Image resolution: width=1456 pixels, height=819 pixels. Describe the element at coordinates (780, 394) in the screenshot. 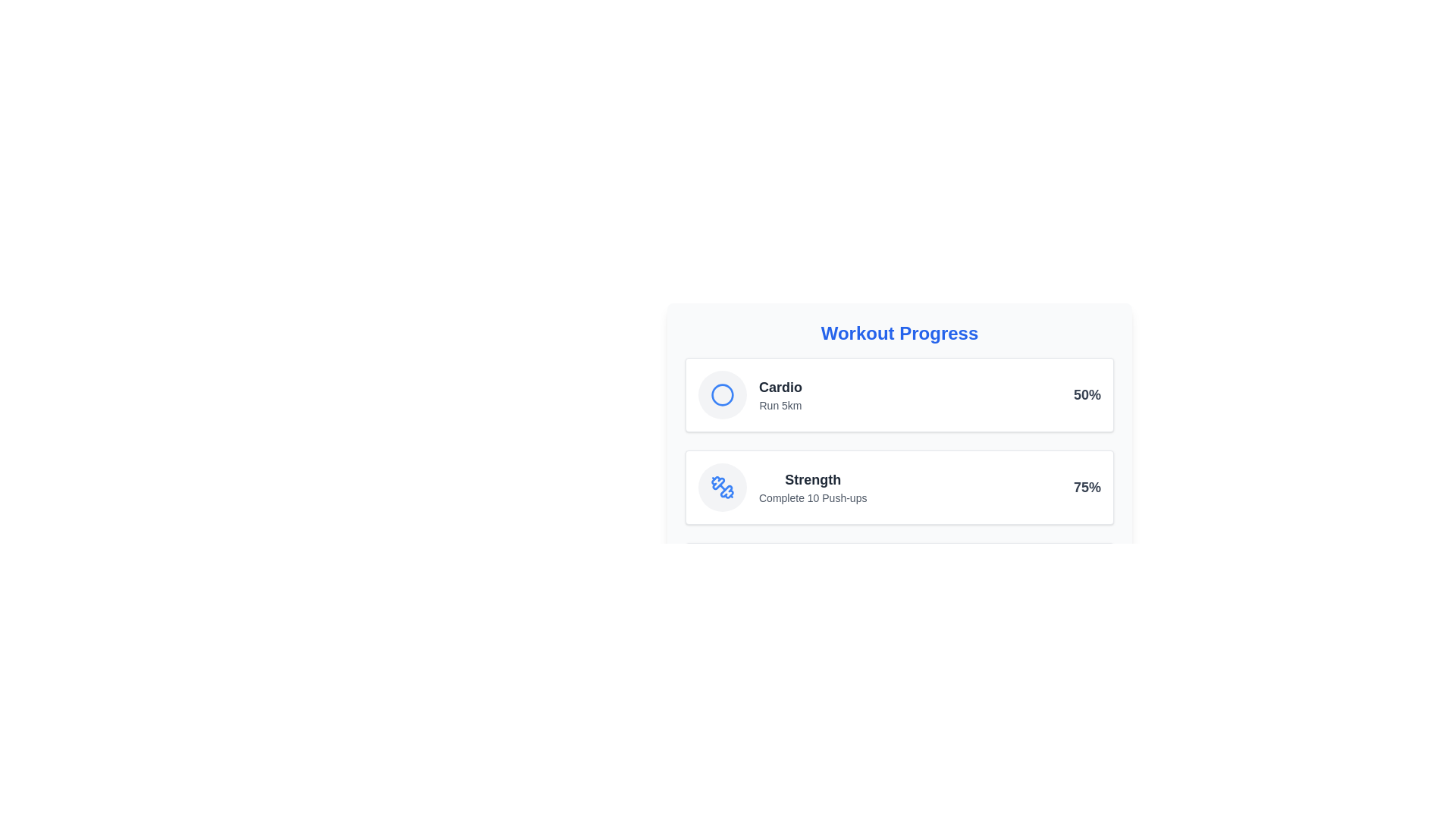

I see `text label that contains 'Cardio' and 'Run 5km', which is positioned above the percentage indicator '50%' in a vertical list of workout progress items` at that location.